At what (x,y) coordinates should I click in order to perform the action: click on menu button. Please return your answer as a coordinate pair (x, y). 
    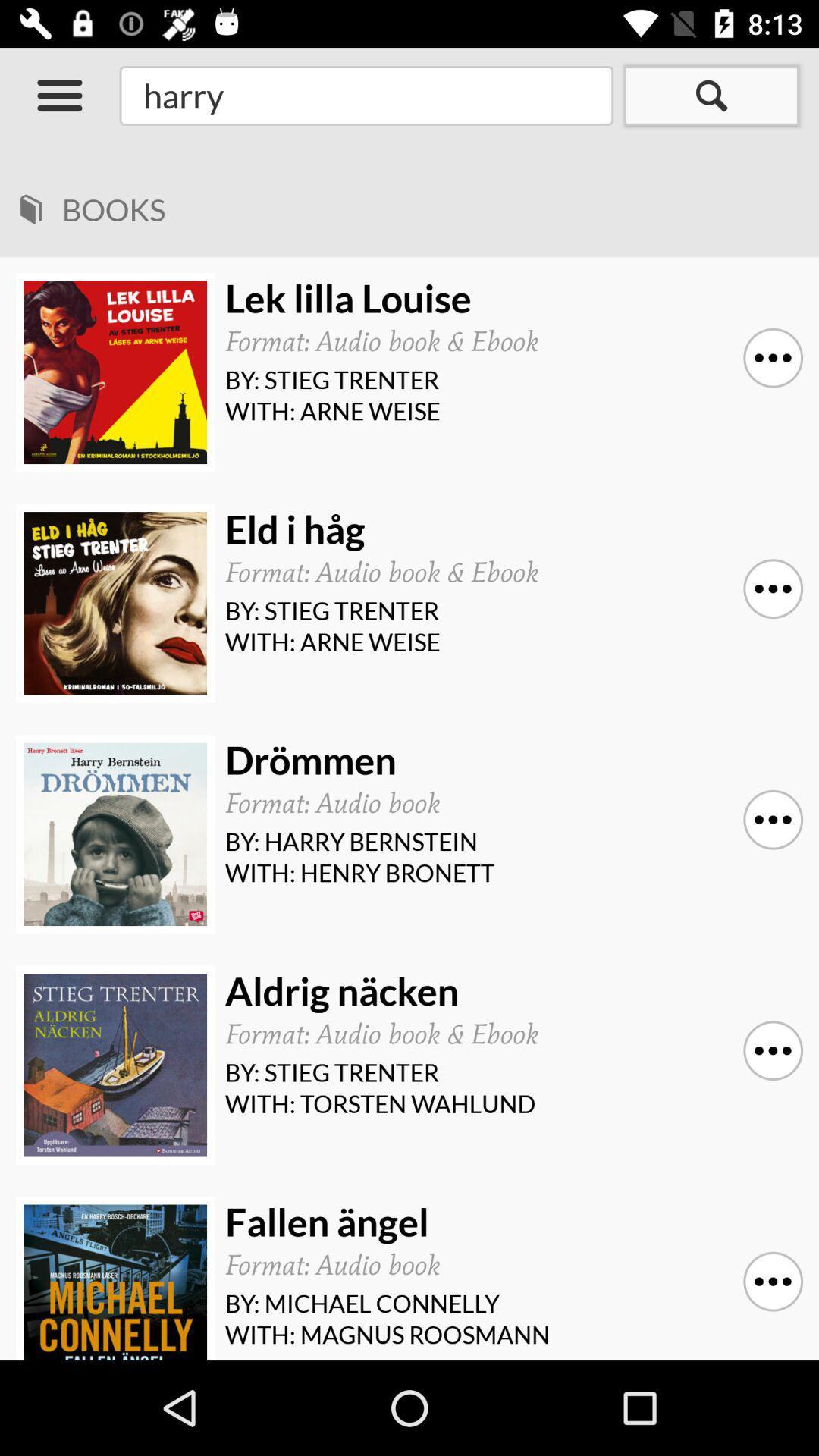
    Looking at the image, I should click on (58, 94).